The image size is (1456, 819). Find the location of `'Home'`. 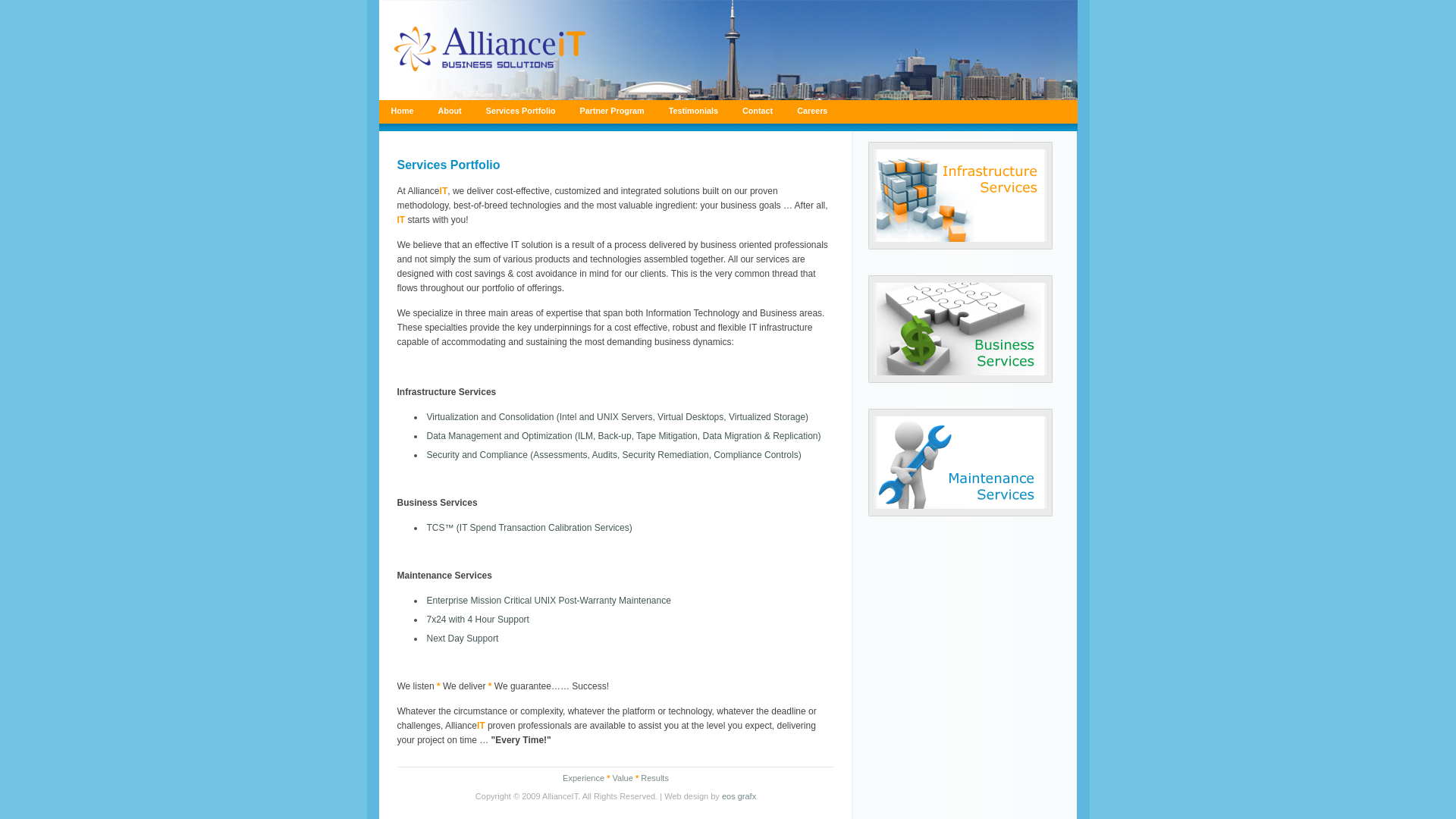

'Home' is located at coordinates (403, 110).